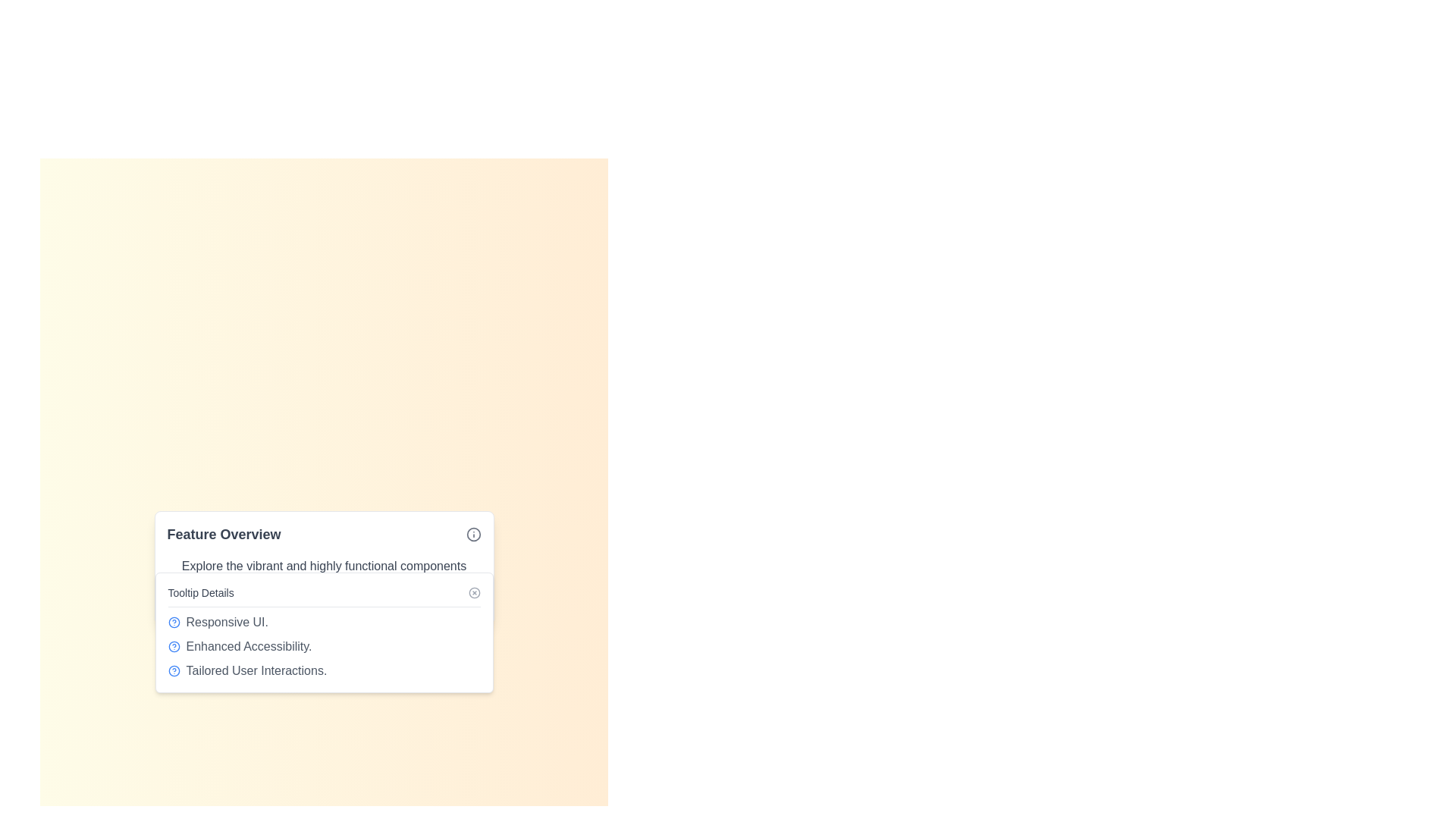  Describe the element at coordinates (174, 670) in the screenshot. I see `the blue circular icon with a question mark, located to the left of 'Tailored User Interactions.'` at that location.